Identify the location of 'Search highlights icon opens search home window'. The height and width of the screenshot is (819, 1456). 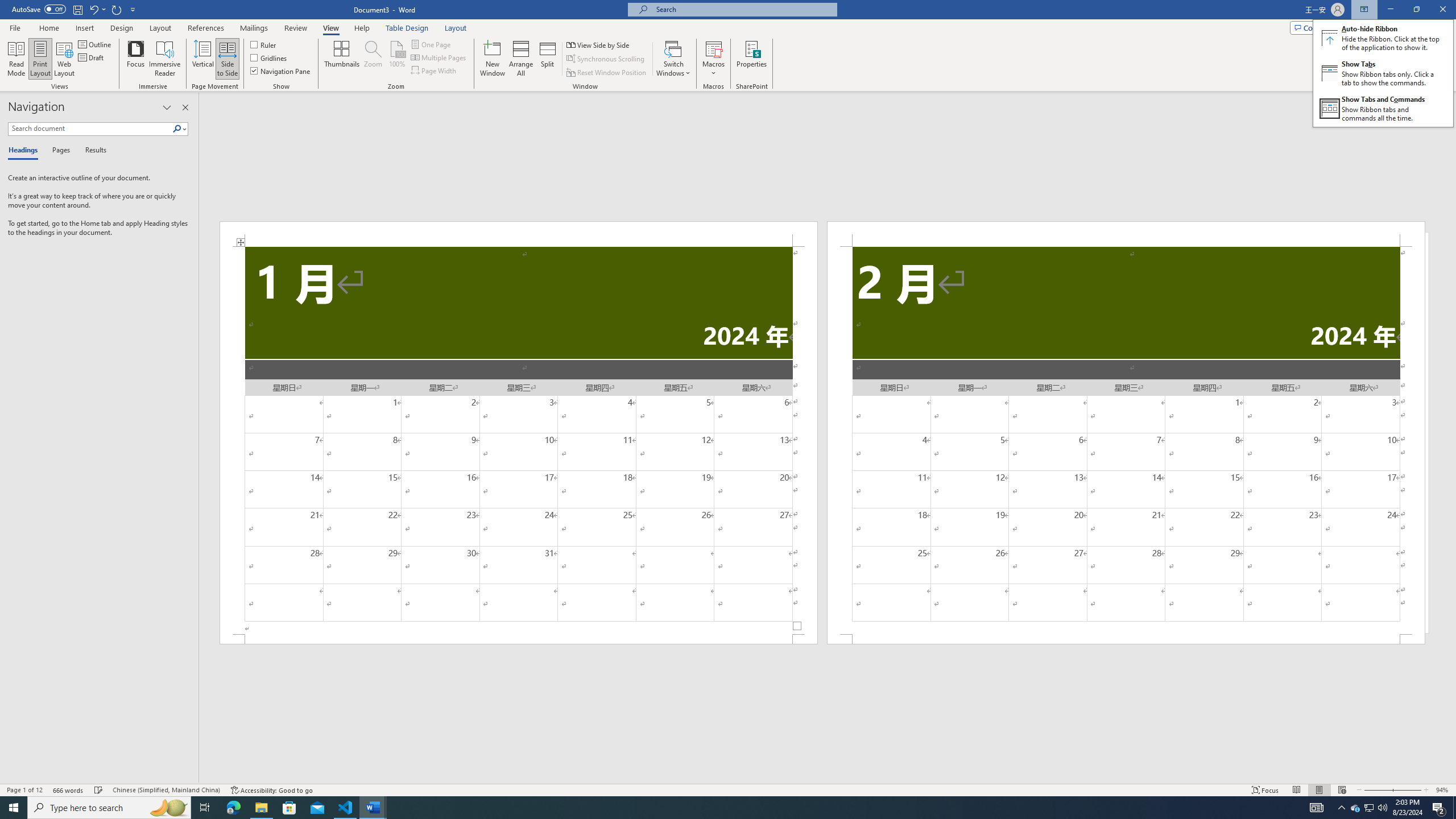
(167, 806).